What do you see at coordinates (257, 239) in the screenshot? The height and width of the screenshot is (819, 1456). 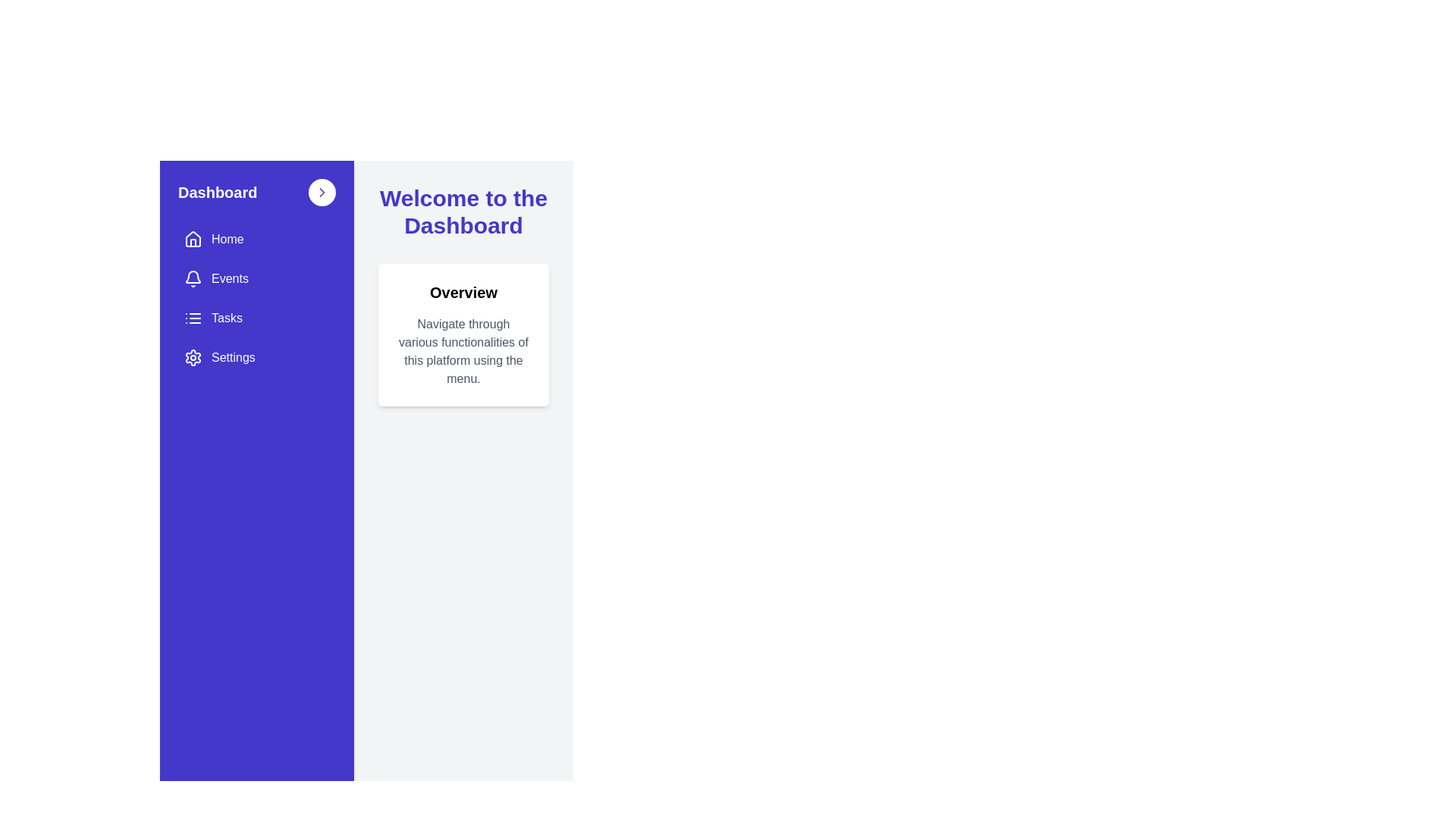 I see `the first button in the vertical navigation menu on the left side of the interface` at bounding box center [257, 239].